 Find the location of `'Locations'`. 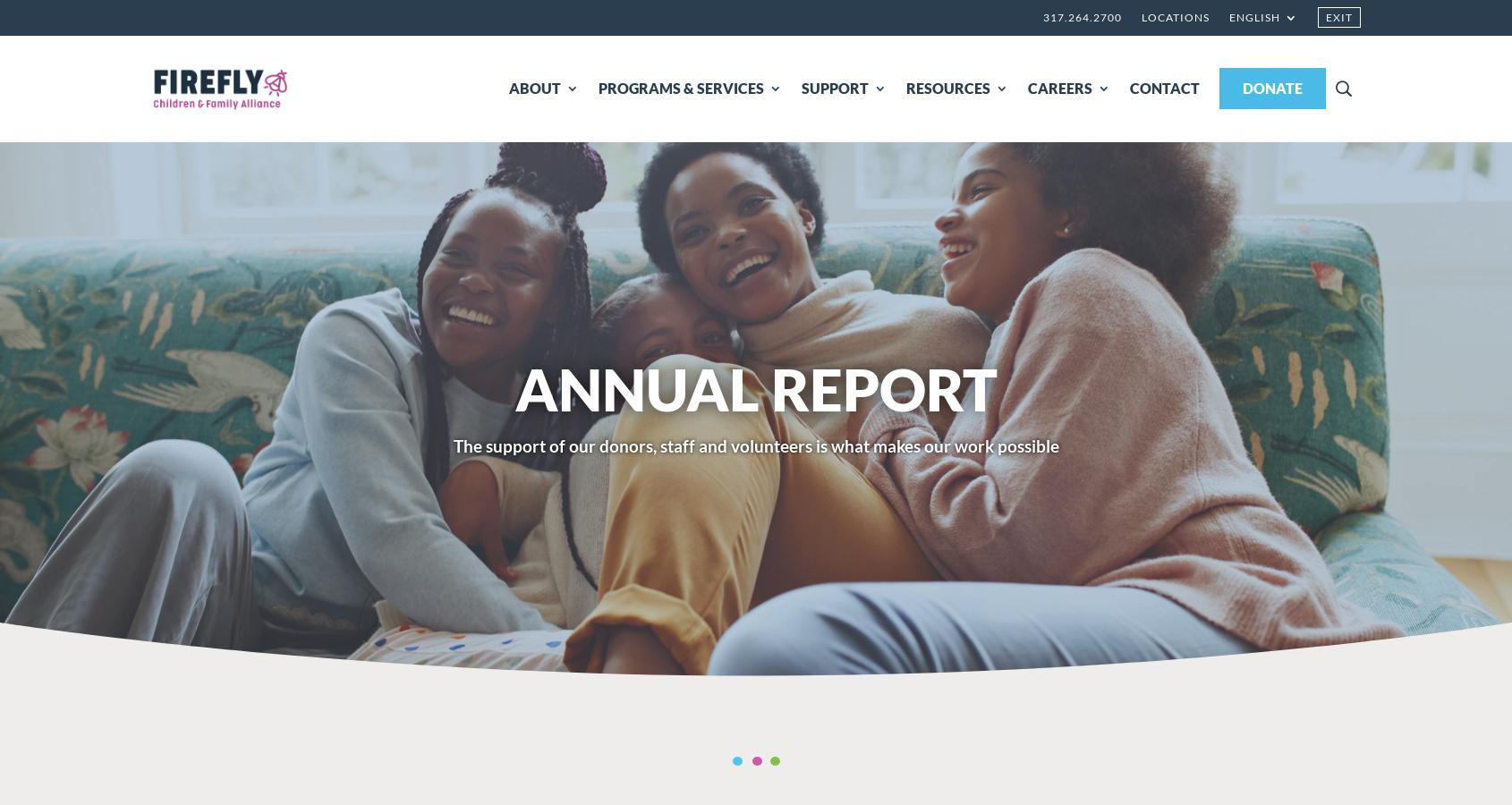

'Locations' is located at coordinates (1175, 16).